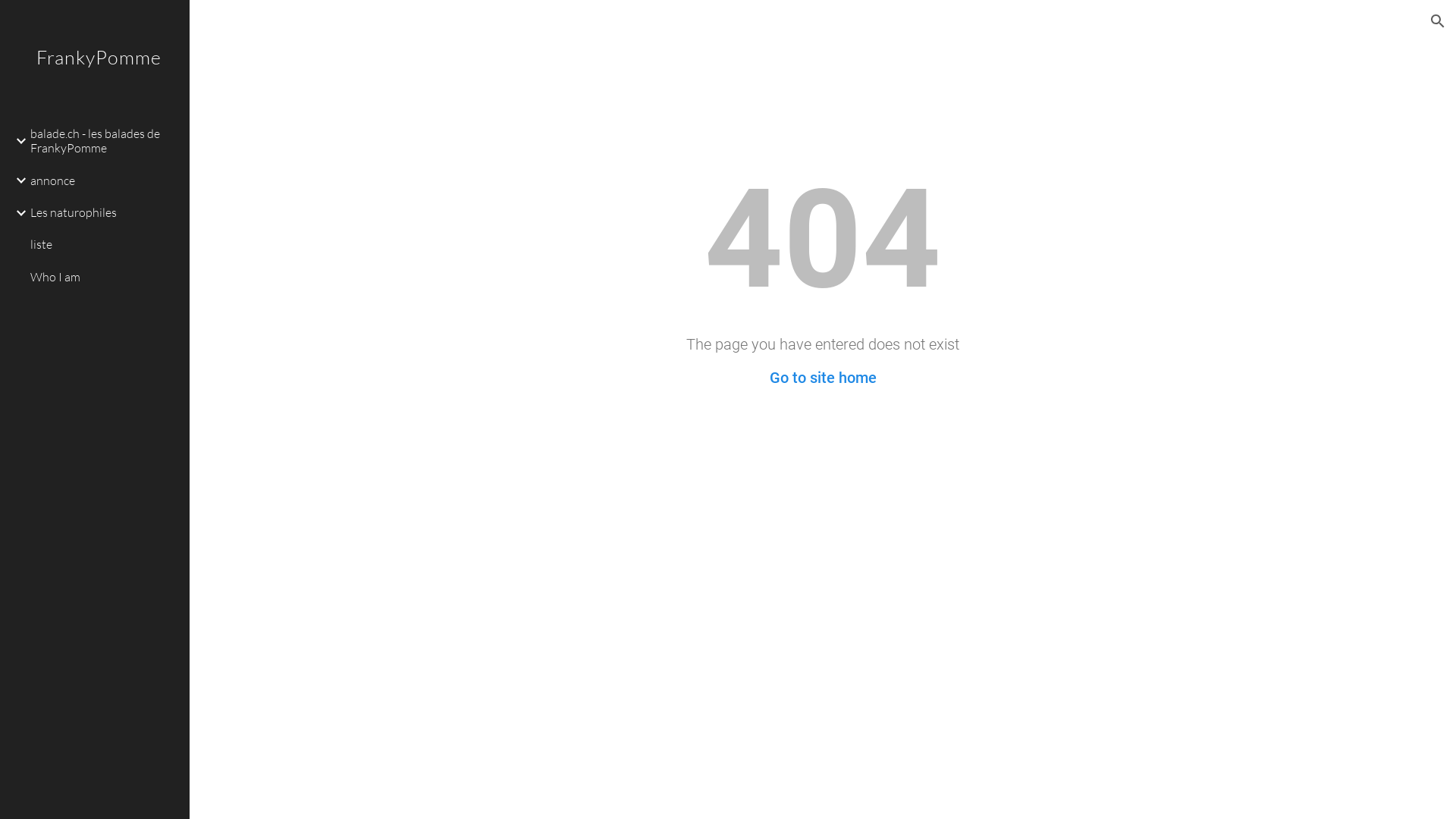 The width and height of the screenshot is (1456, 819). What do you see at coordinates (17, 213) in the screenshot?
I see `'Expand/Collapse'` at bounding box center [17, 213].